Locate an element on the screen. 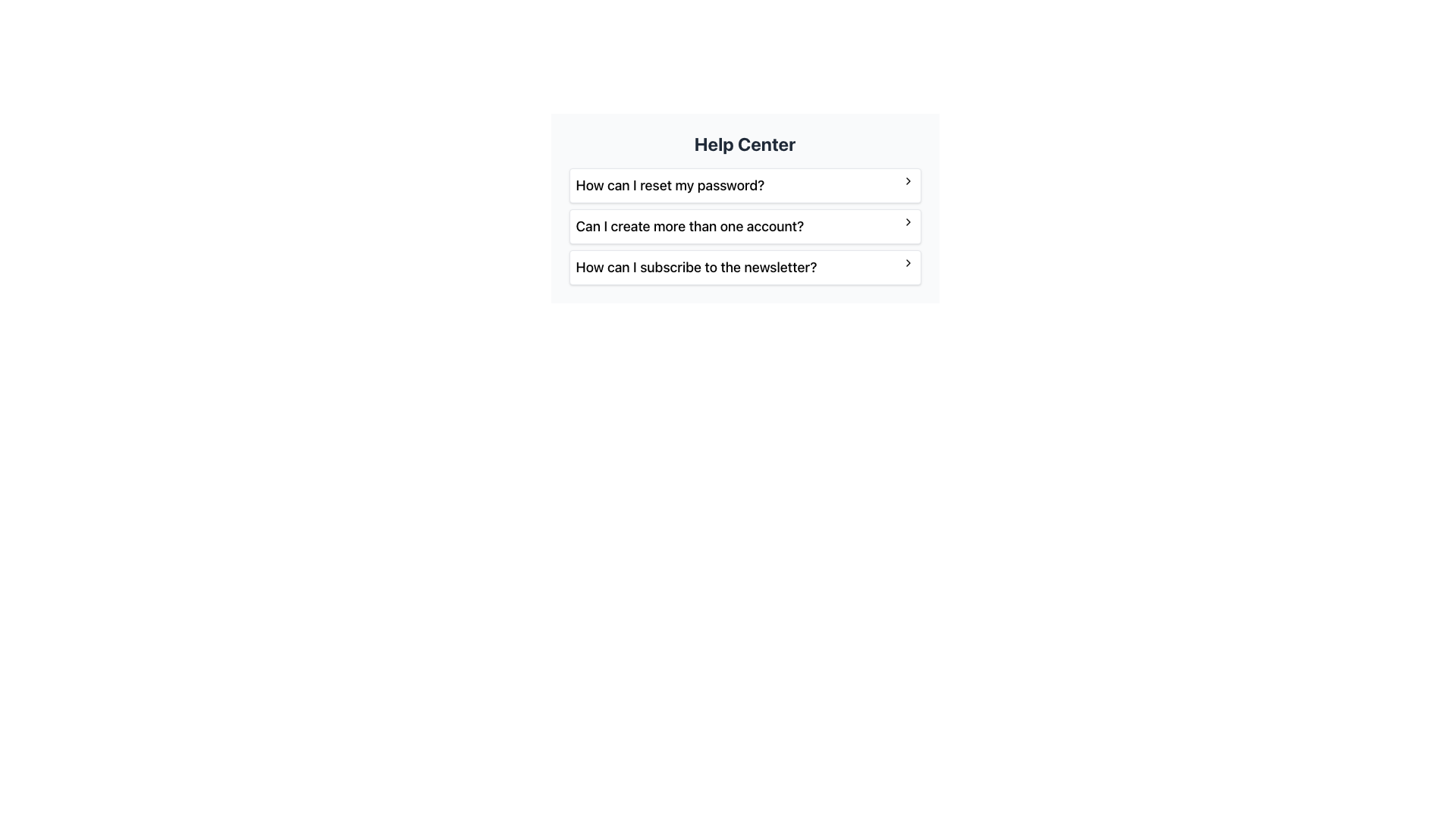 This screenshot has height=819, width=1456. the 'Help Center' text heading element, which is prominently displayed in bold and large font above a list of questions is located at coordinates (745, 143).